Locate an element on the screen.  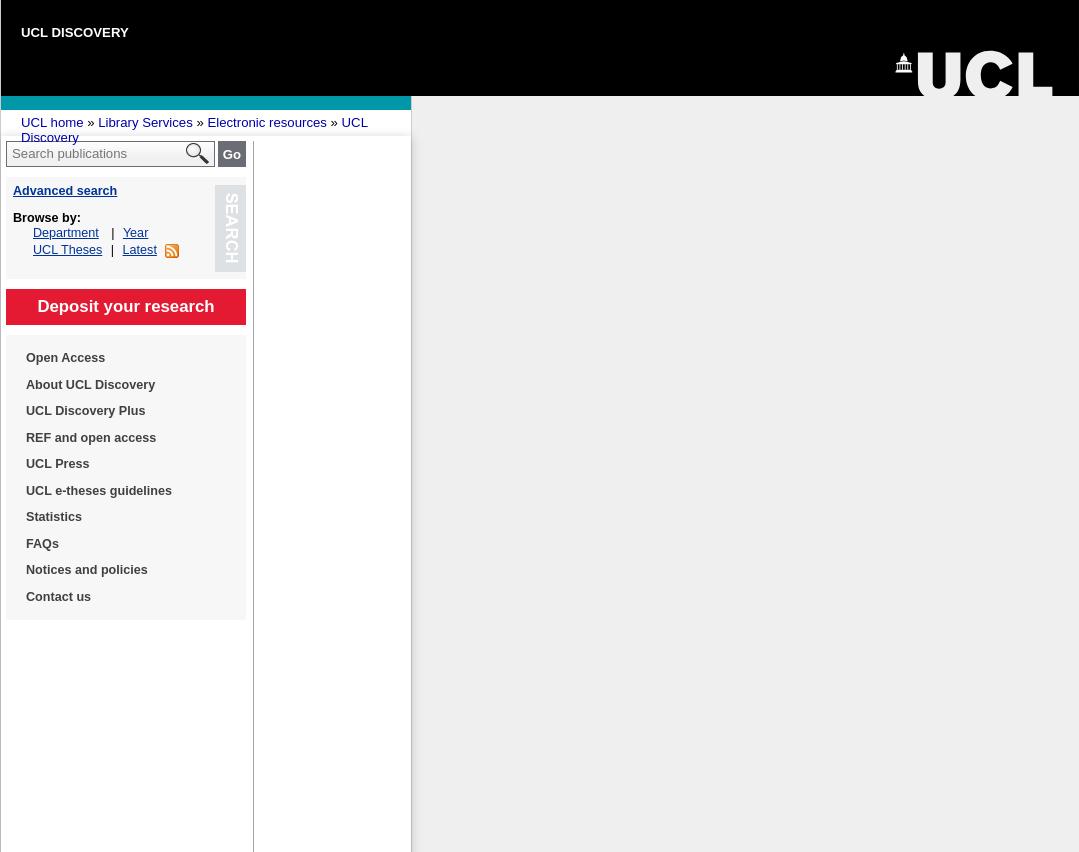
'Browse by:' is located at coordinates (45, 216).